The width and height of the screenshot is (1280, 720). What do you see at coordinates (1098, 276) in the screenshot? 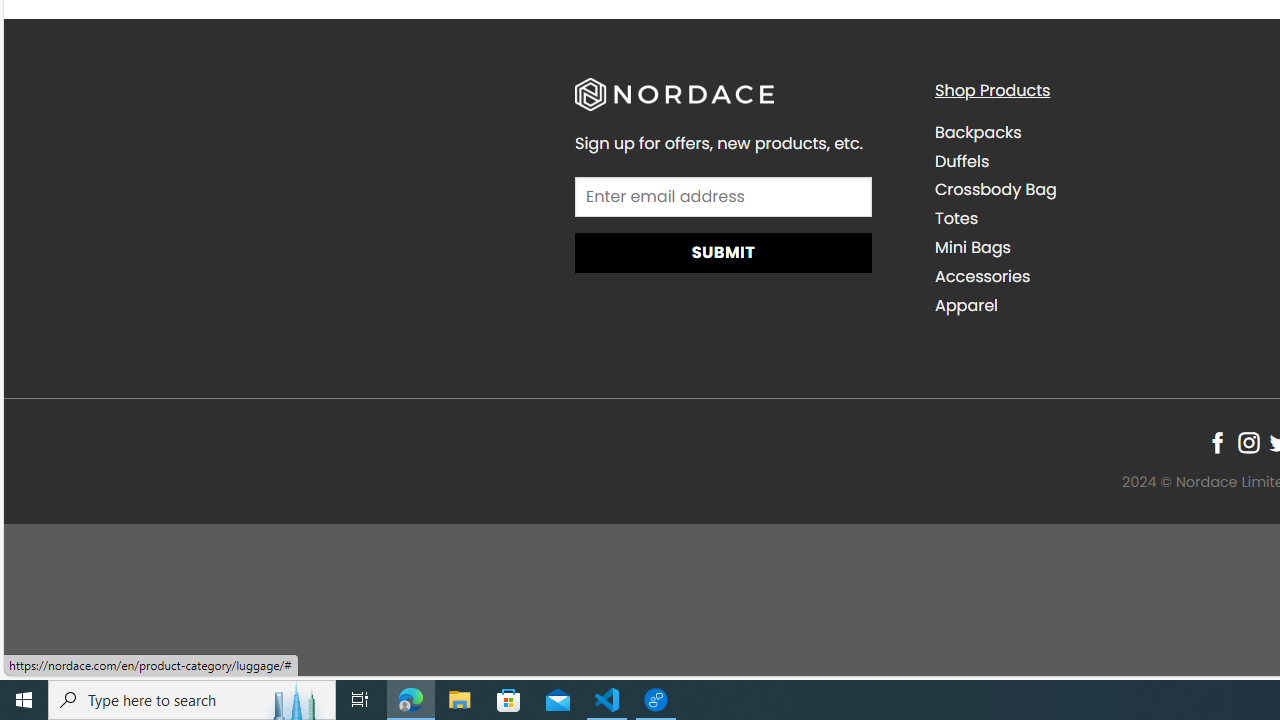
I see `'Accessories'` at bounding box center [1098, 276].